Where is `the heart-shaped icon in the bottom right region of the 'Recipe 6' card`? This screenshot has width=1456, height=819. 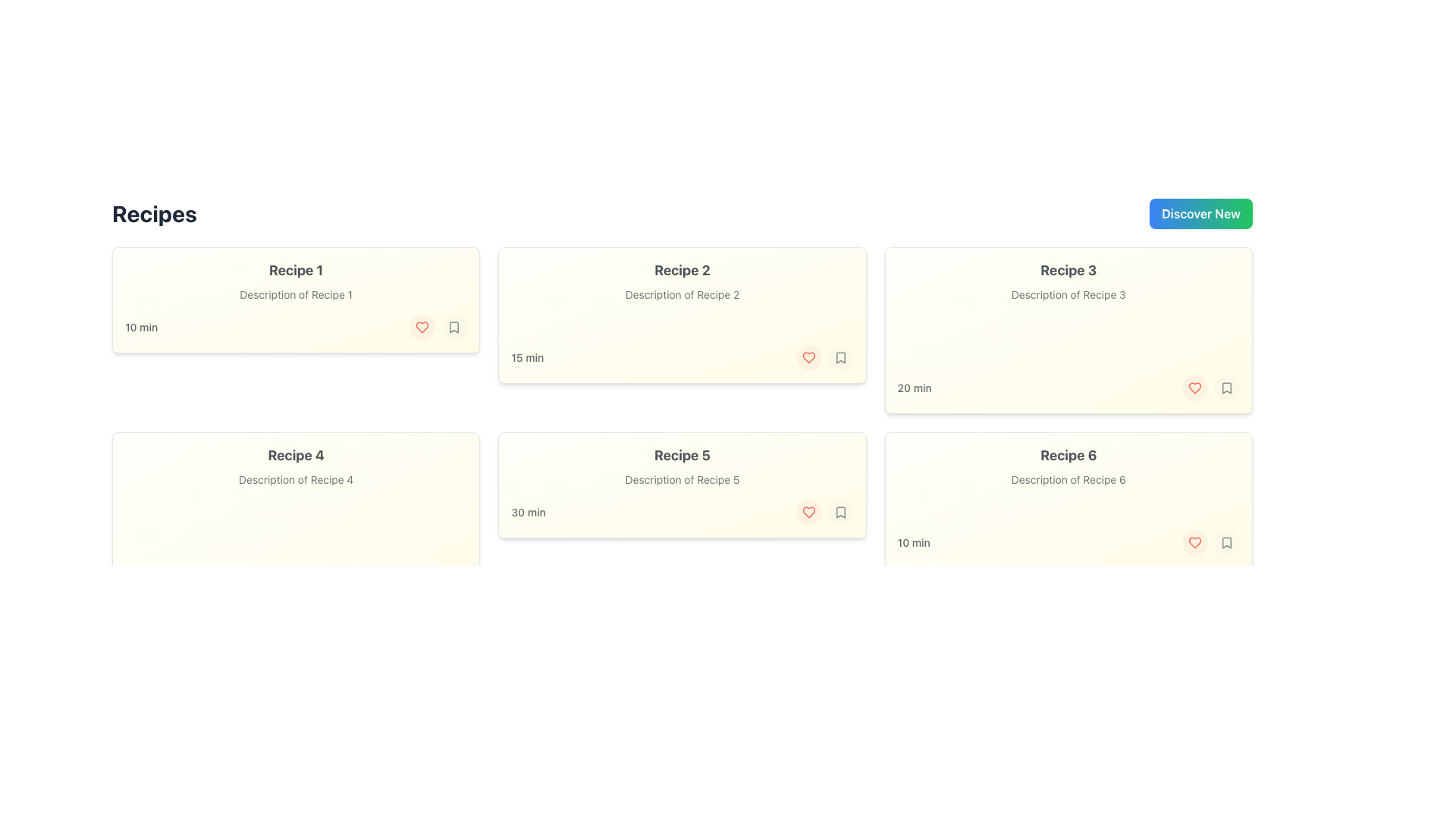
the heart-shaped icon in the bottom right region of the 'Recipe 6' card is located at coordinates (1194, 388).